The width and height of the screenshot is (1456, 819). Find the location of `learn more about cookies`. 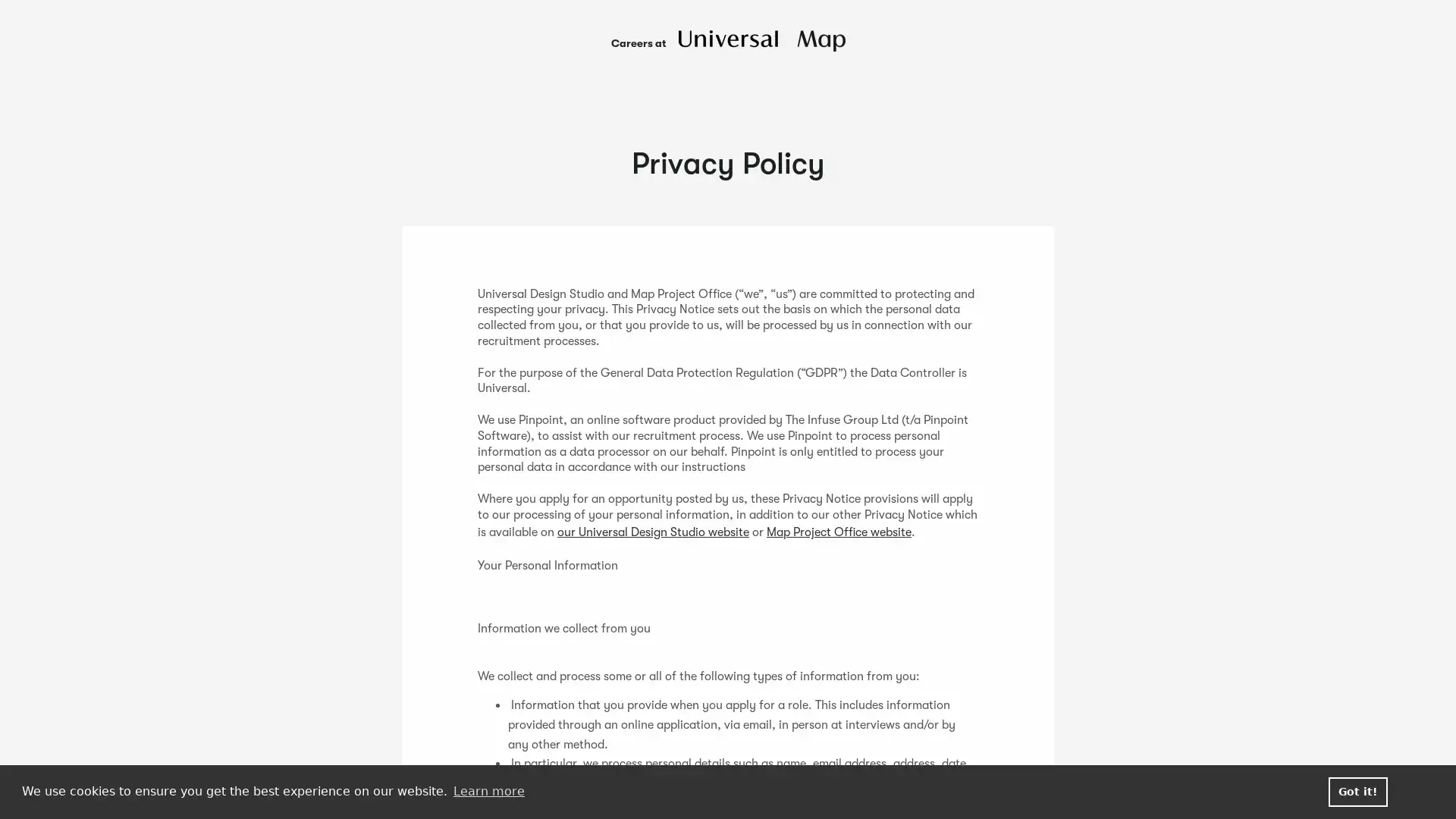

learn more about cookies is located at coordinates (488, 791).